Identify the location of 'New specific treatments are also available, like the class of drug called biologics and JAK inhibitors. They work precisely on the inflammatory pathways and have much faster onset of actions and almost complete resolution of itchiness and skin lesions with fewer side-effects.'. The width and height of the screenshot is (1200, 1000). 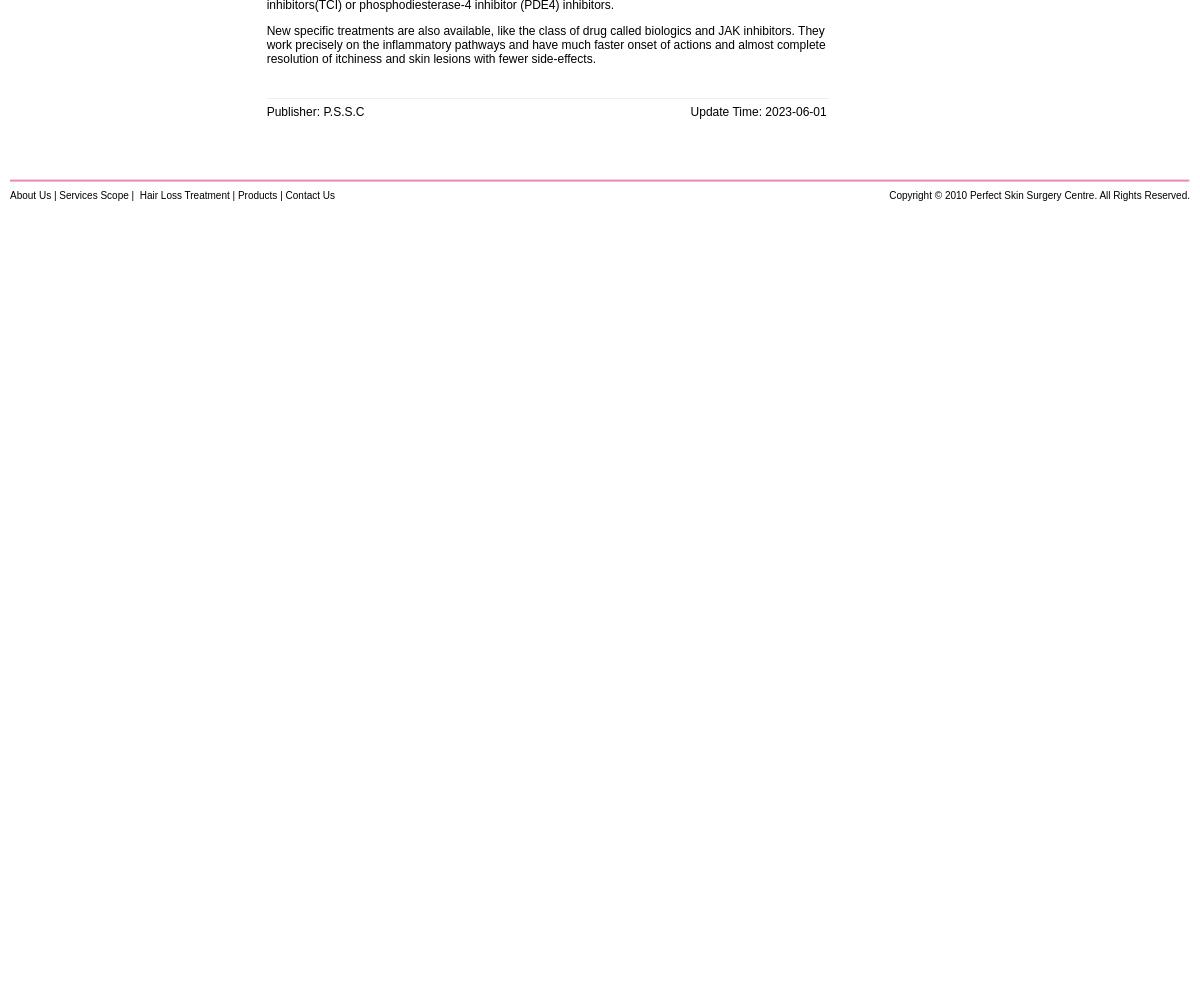
(265, 45).